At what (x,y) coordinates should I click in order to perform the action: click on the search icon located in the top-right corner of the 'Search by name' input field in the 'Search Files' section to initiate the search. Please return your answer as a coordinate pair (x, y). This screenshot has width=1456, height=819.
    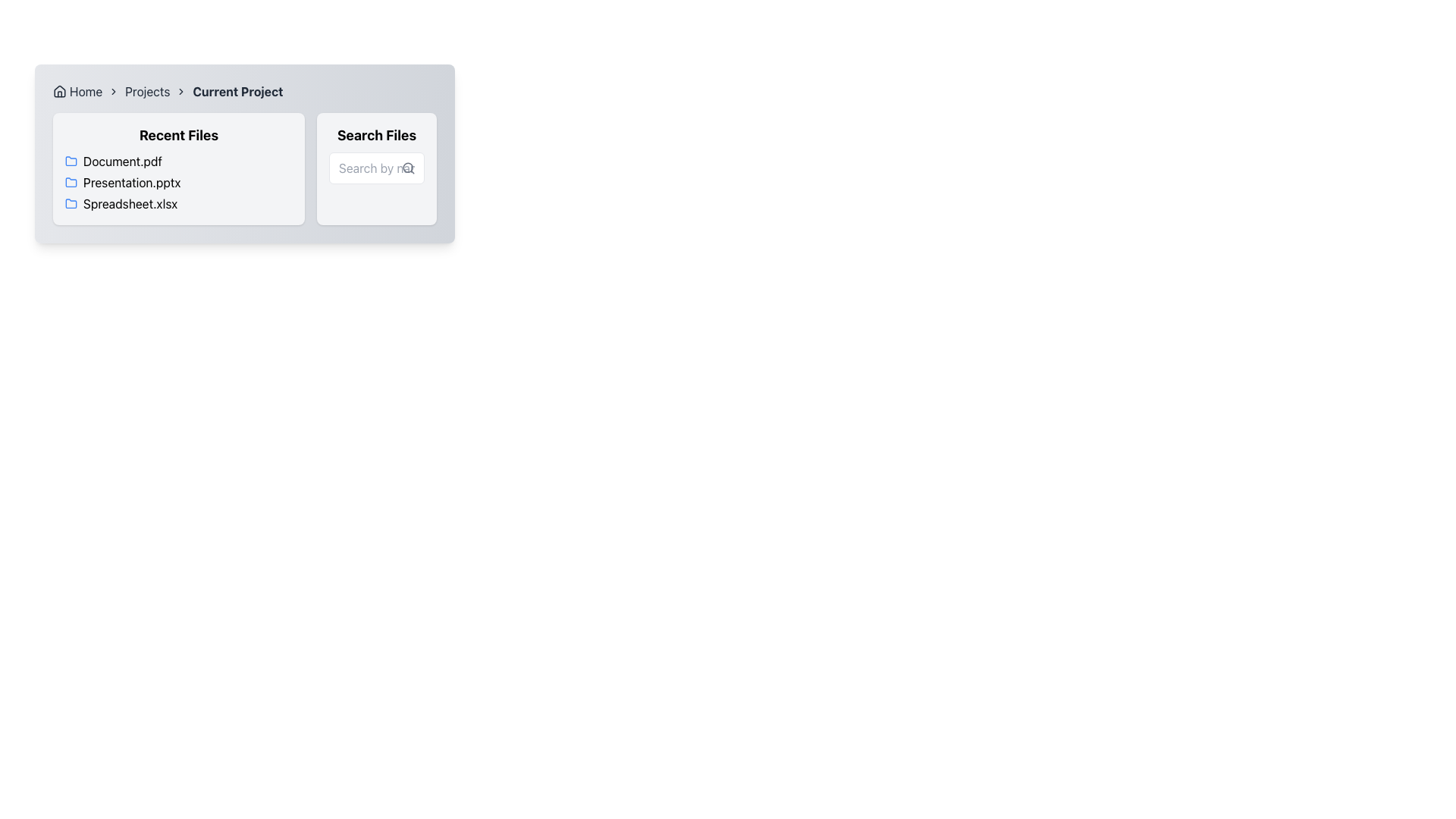
    Looking at the image, I should click on (408, 168).